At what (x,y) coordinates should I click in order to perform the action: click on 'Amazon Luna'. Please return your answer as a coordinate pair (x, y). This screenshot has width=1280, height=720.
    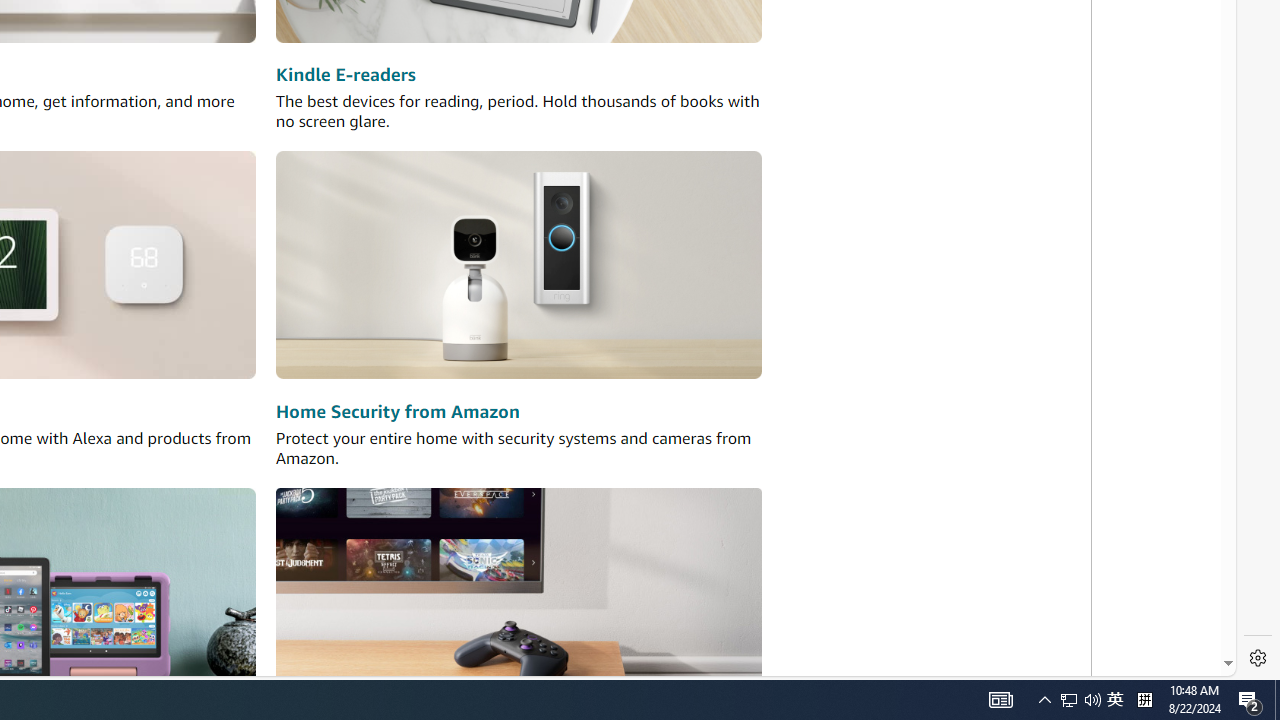
    Looking at the image, I should click on (519, 600).